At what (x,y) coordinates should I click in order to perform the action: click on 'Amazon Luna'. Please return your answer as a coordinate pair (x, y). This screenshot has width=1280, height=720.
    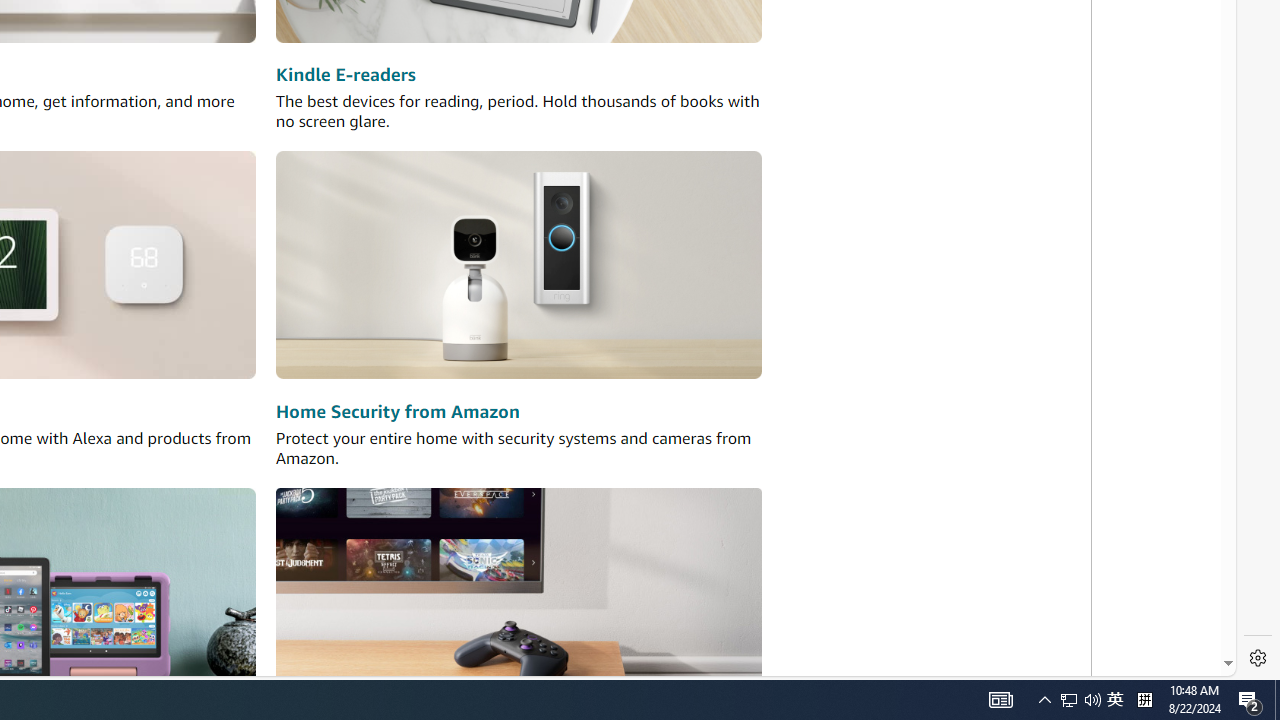
    Looking at the image, I should click on (519, 600).